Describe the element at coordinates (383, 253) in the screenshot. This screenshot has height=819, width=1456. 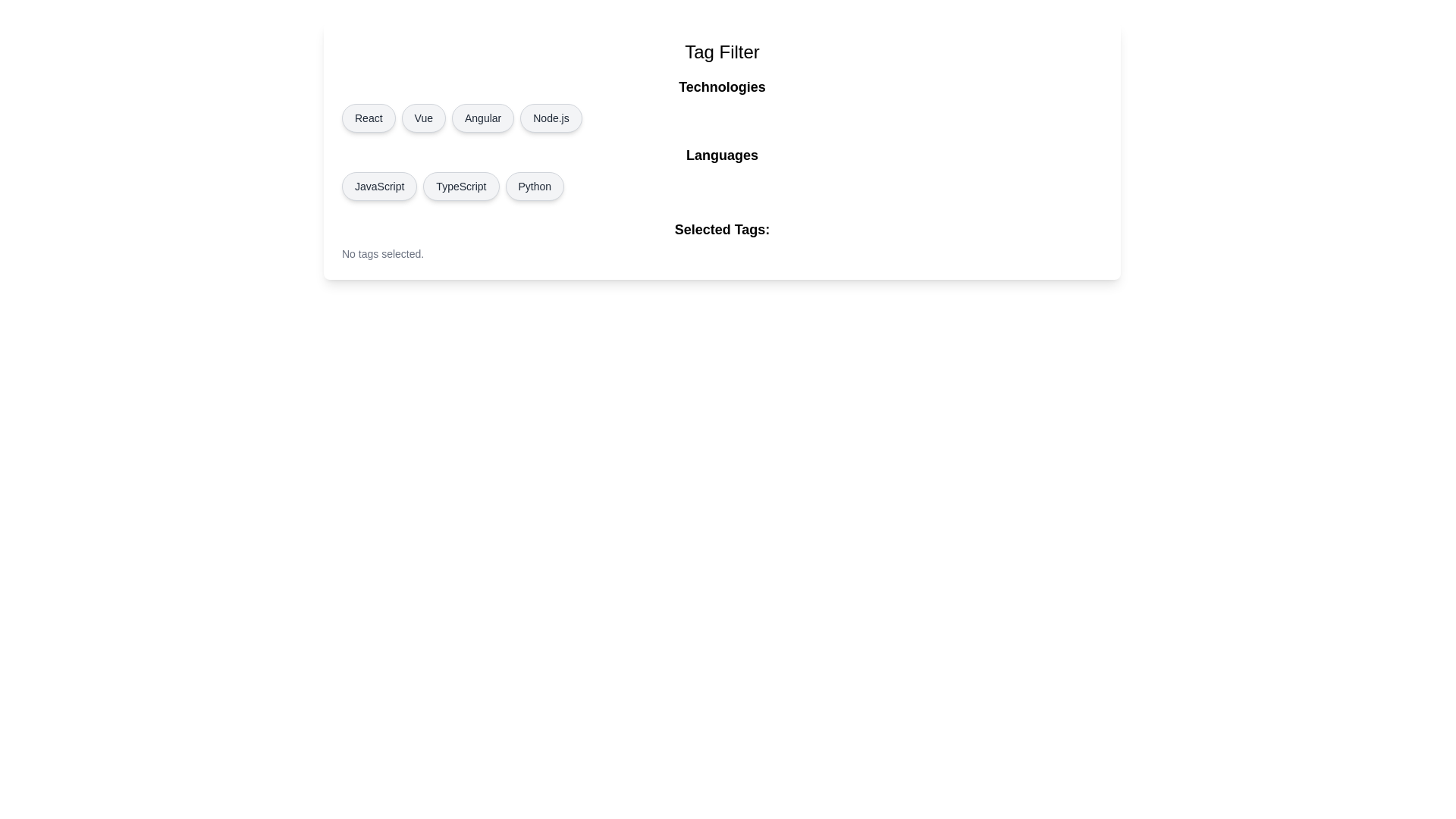
I see `information displayed in the text label indicating that no tags have been chosen in the 'Selected Tags' section, which is located in the bottom-left corner of that section` at that location.